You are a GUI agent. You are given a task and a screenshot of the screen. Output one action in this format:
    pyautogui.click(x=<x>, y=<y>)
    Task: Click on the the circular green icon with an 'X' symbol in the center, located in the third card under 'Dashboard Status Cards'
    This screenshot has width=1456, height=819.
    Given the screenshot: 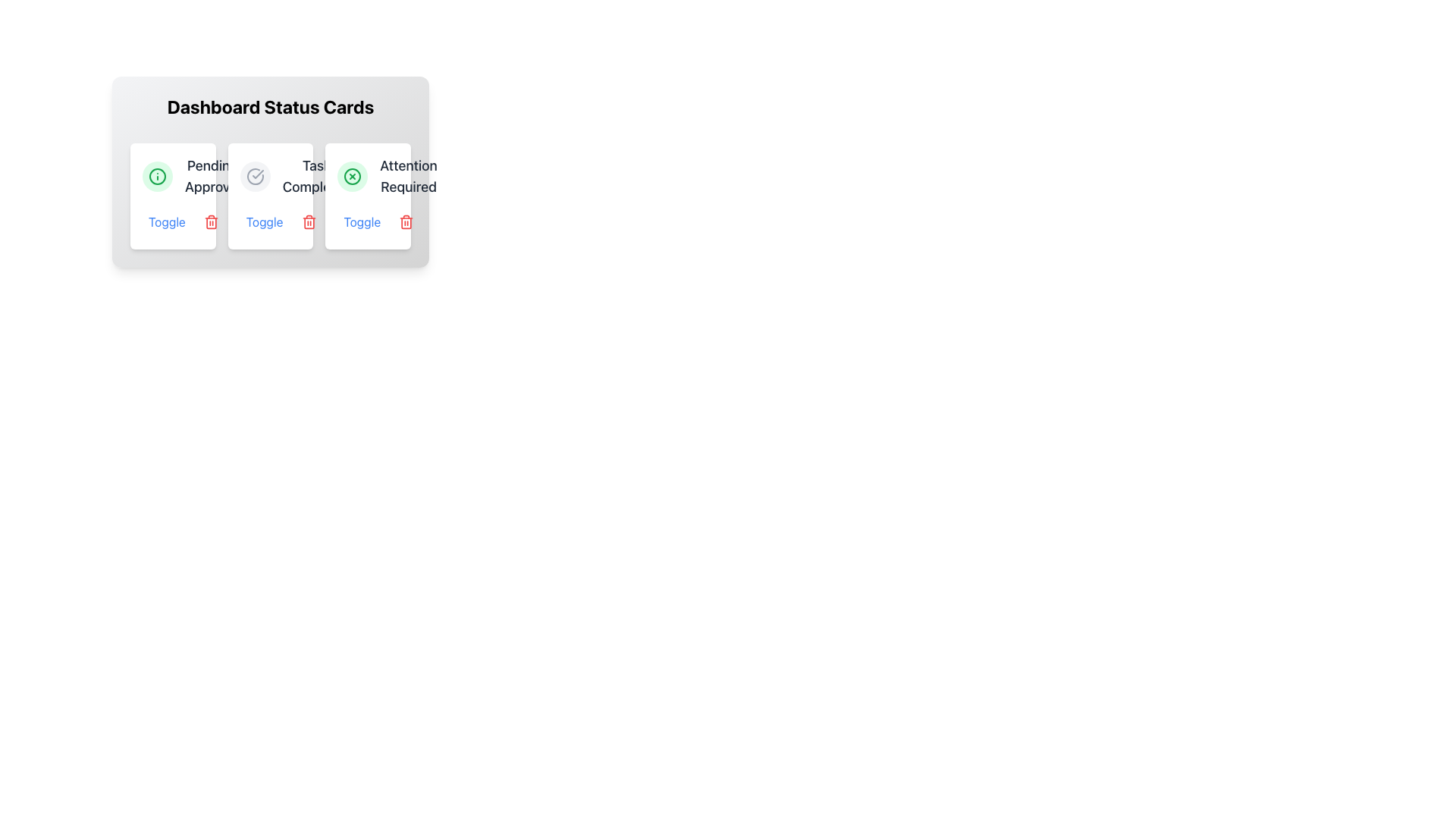 What is the action you would take?
    pyautogui.click(x=352, y=175)
    